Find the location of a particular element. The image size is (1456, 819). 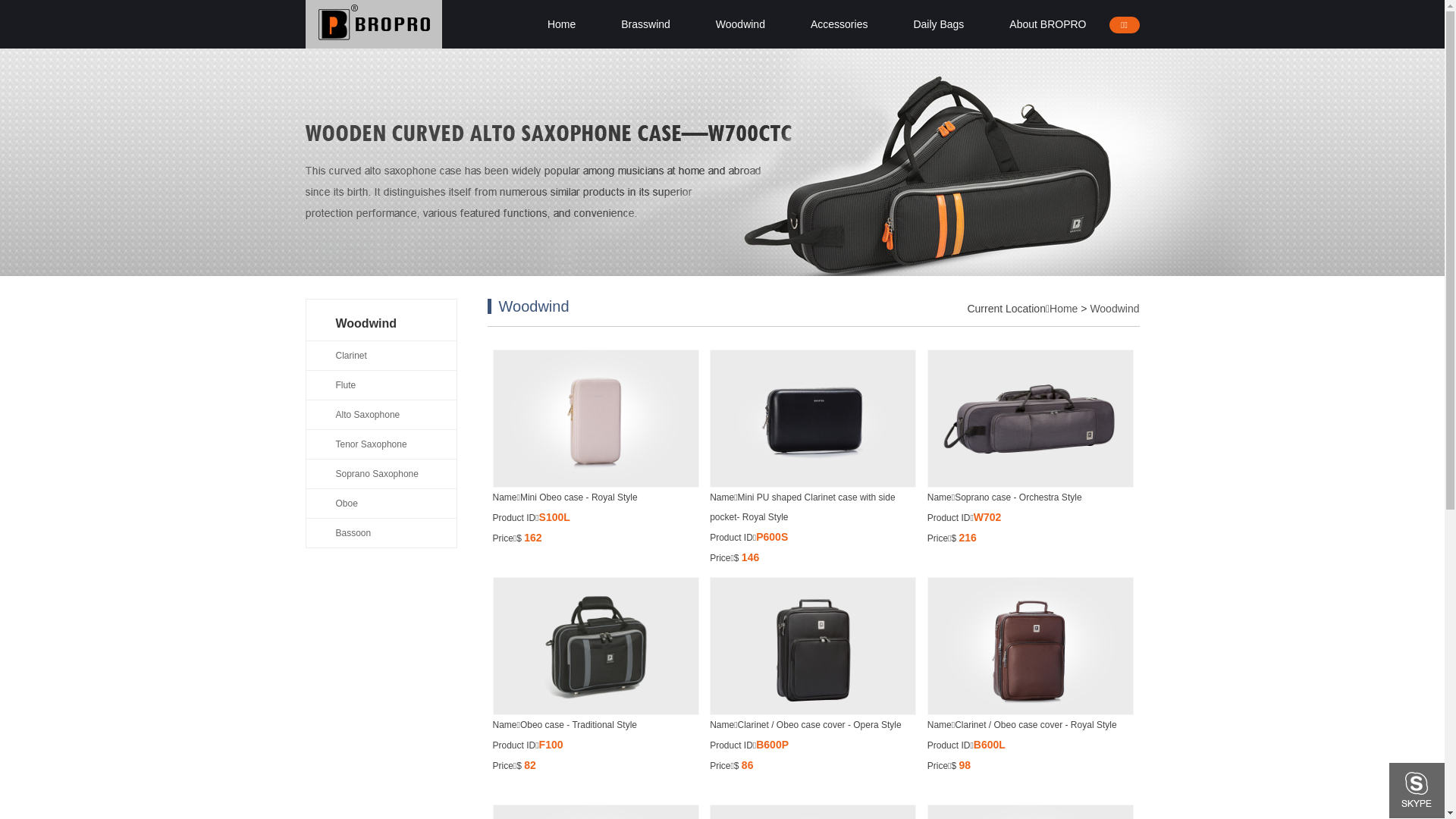

'Soprano Saxophone' is located at coordinates (304, 472).